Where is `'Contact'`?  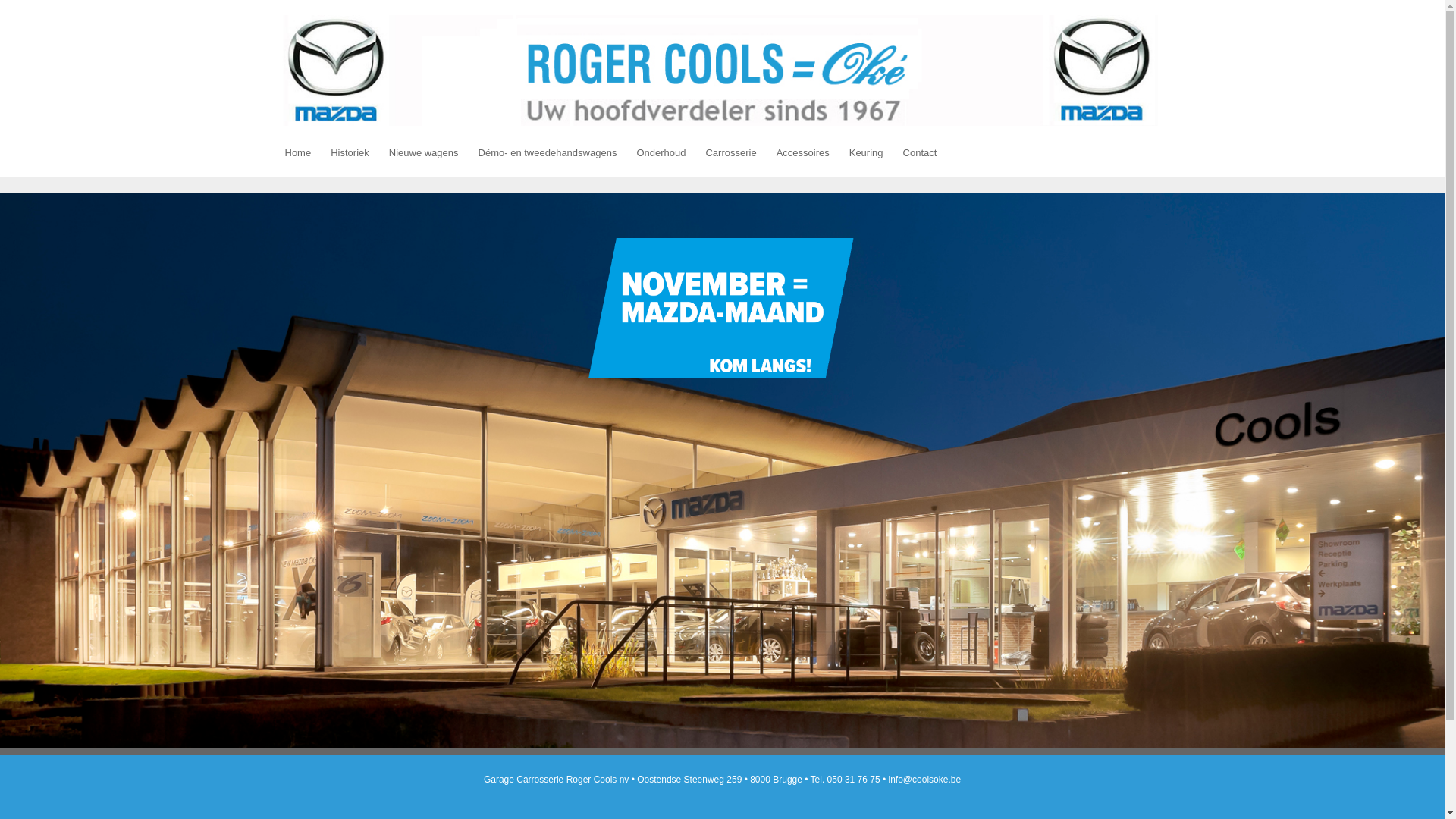 'Contact' is located at coordinates (919, 153).